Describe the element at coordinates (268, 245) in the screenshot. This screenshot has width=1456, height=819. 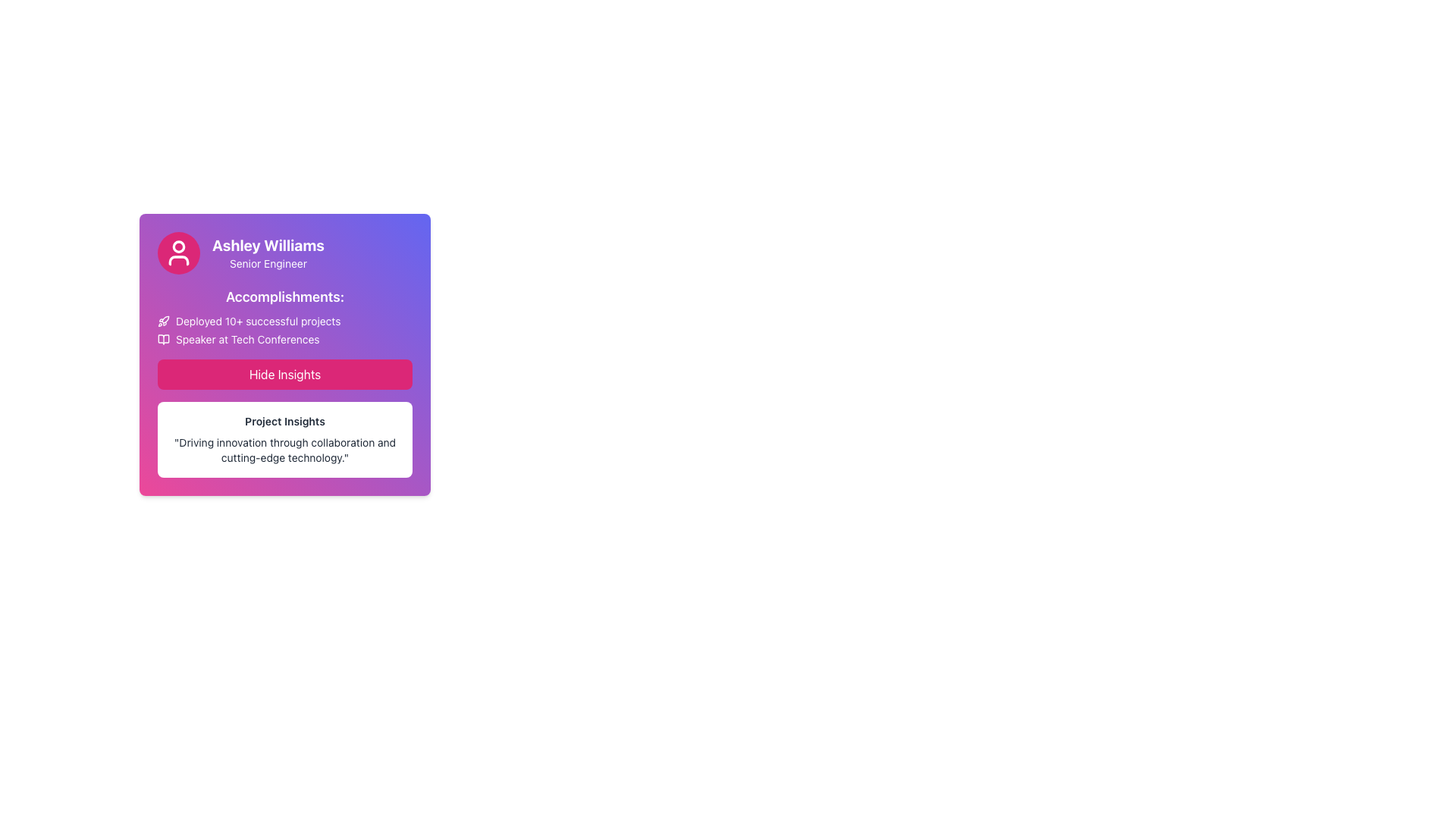
I see `displayed name 'Ashley Williams' from the text block located at the top of the card interface` at that location.